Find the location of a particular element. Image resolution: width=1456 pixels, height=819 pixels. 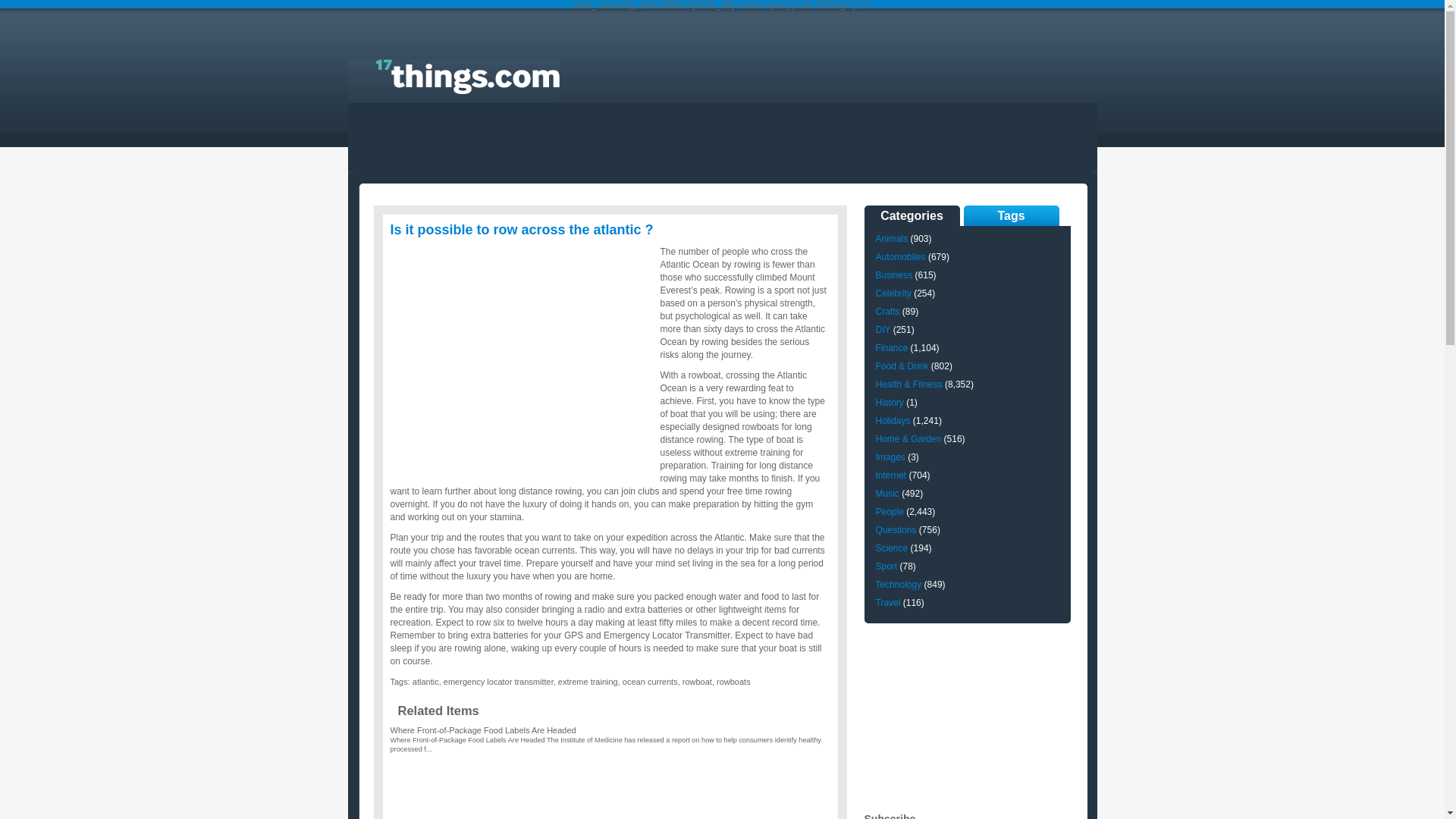

'ocean currents' is located at coordinates (650, 680).